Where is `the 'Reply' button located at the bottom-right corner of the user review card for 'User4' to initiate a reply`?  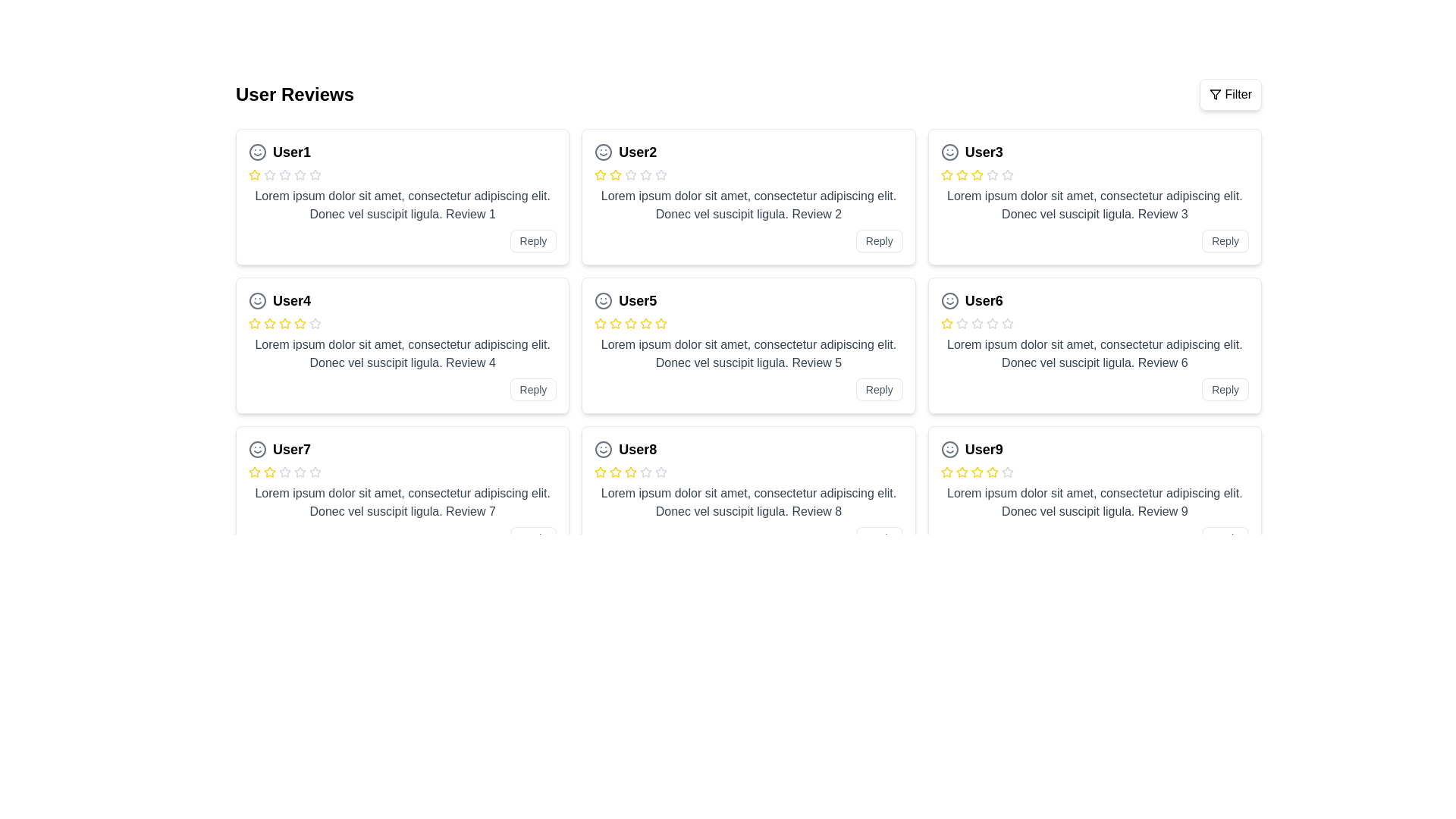
the 'Reply' button located at the bottom-right corner of the user review card for 'User4' to initiate a reply is located at coordinates (532, 388).